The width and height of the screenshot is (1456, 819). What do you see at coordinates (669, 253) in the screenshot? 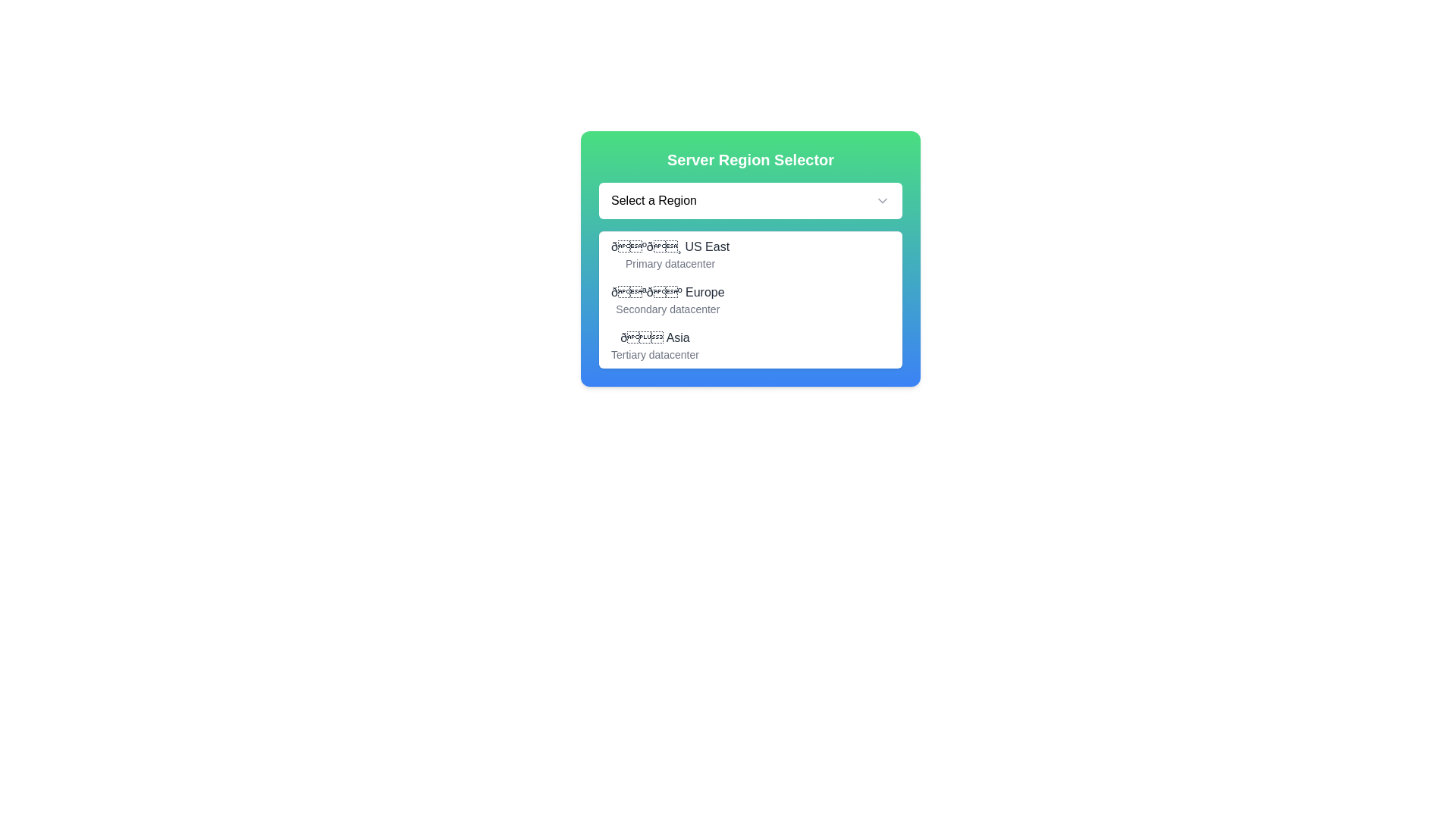
I see `the 'US East' option in the dropdown menu` at bounding box center [669, 253].